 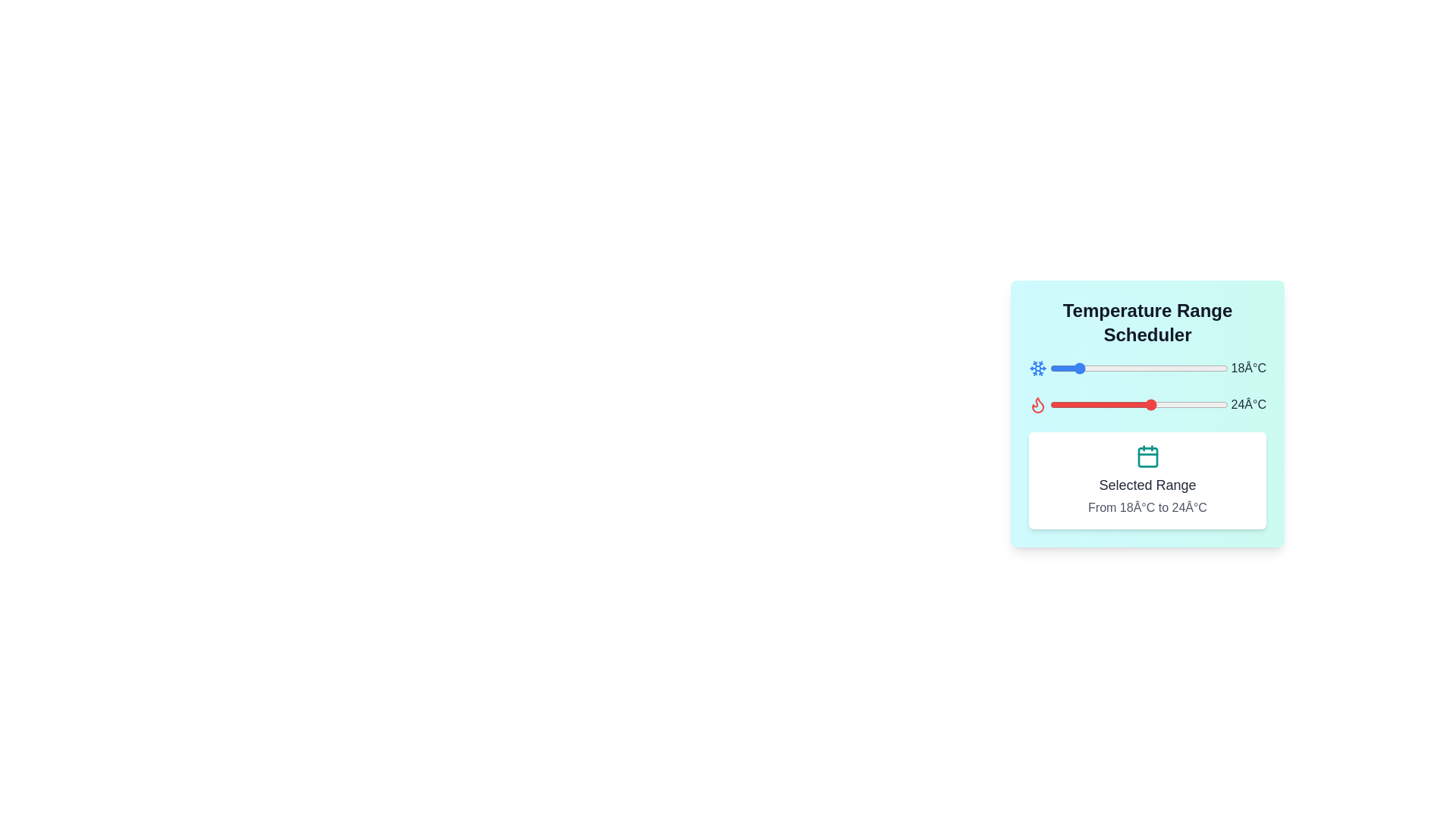 What do you see at coordinates (1139, 403) in the screenshot?
I see `the circular knob of the red horizontal range slider, which indicates a temperature range` at bounding box center [1139, 403].